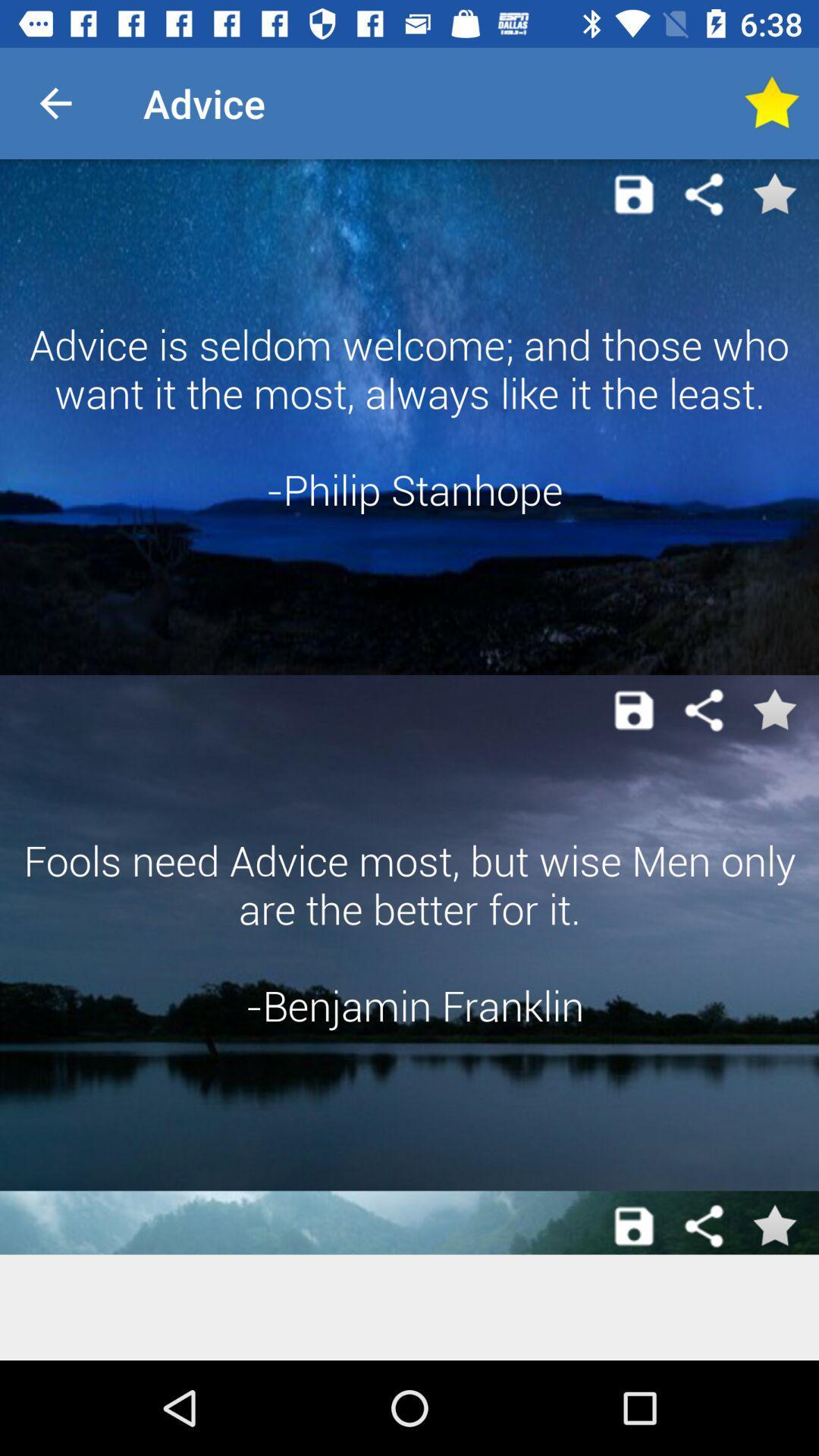 This screenshot has height=1456, width=819. I want to click on save, so click(634, 1226).